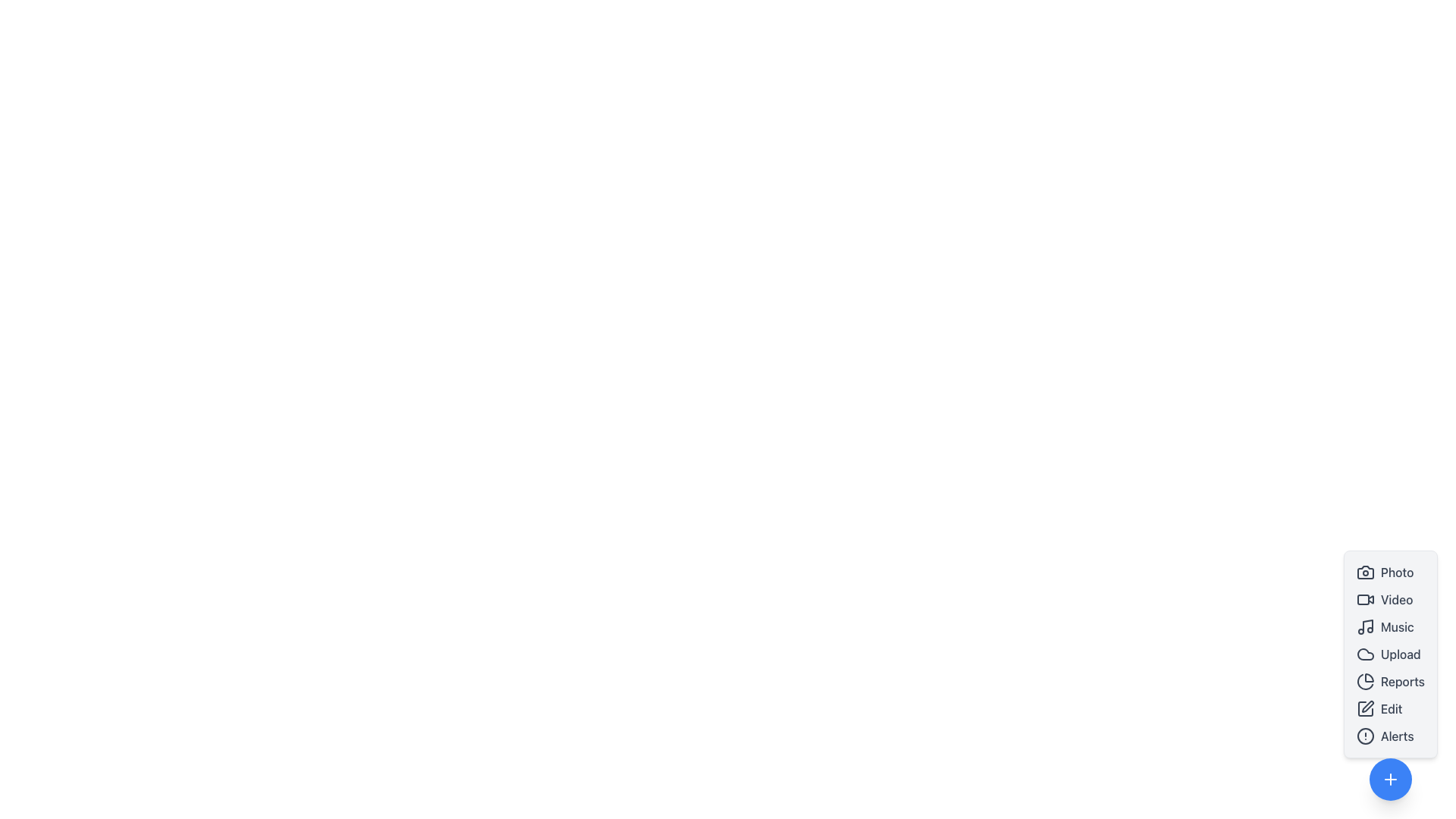 The height and width of the screenshot is (819, 1456). What do you see at coordinates (1365, 680) in the screenshot?
I see `the pie chart icon, which is part of the 'Reports' menu item, to change its color from gray to yellow` at bounding box center [1365, 680].